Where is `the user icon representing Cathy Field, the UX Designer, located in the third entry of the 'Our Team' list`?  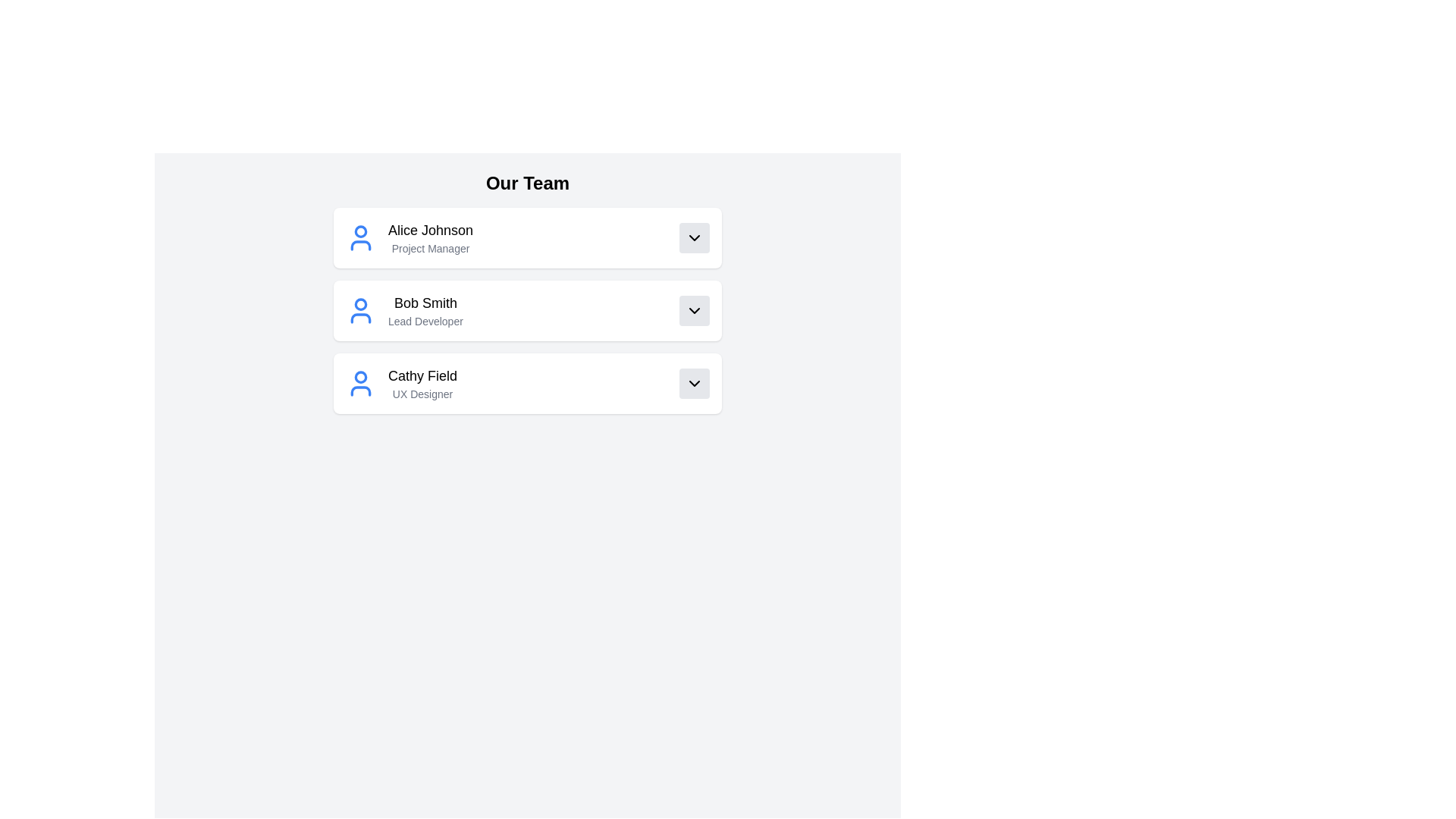 the user icon representing Cathy Field, the UX Designer, located in the third entry of the 'Our Team' list is located at coordinates (359, 382).